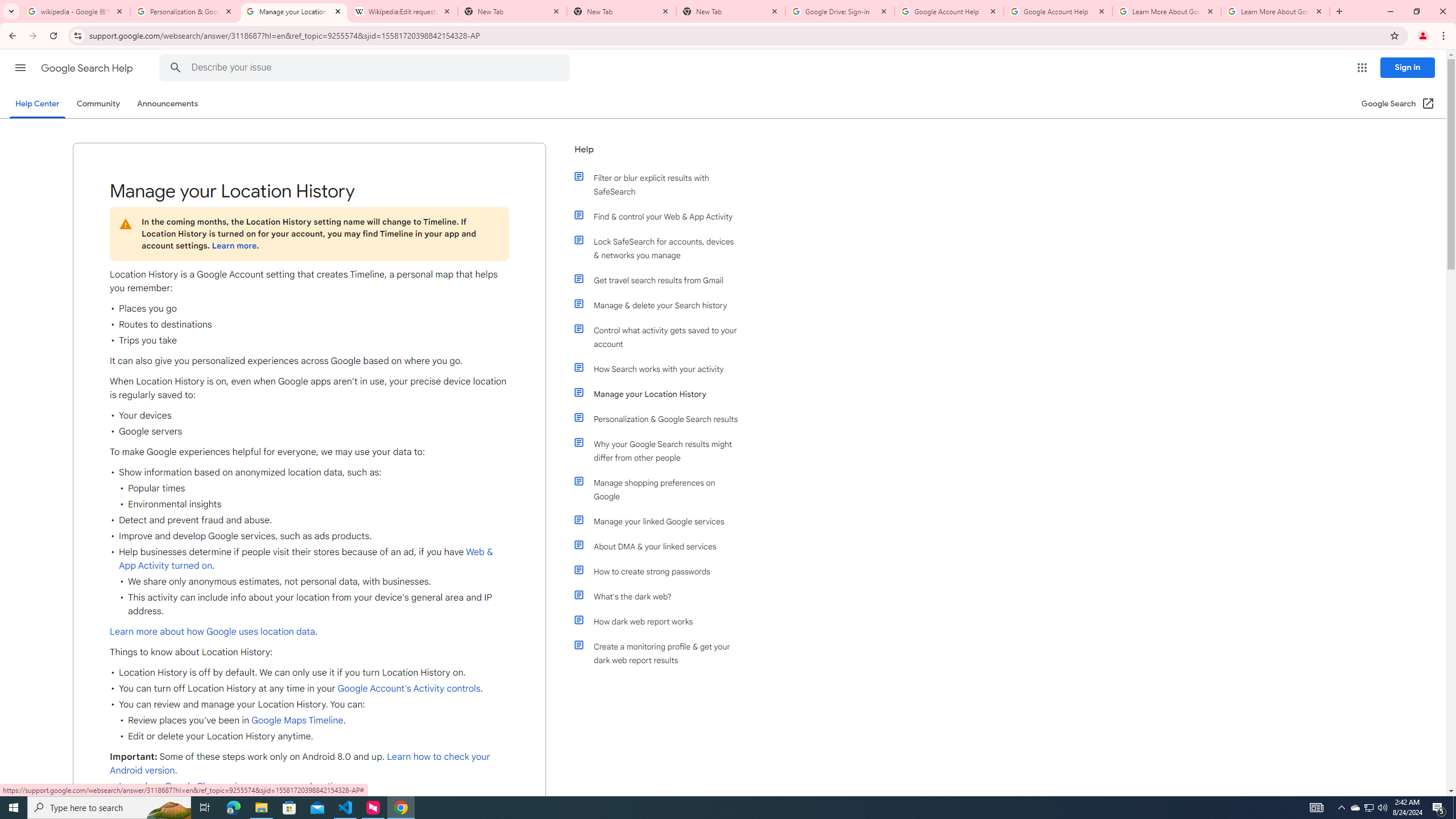 This screenshot has height=819, width=1456. What do you see at coordinates (661, 490) in the screenshot?
I see `'Manage shopping preferences on Google'` at bounding box center [661, 490].